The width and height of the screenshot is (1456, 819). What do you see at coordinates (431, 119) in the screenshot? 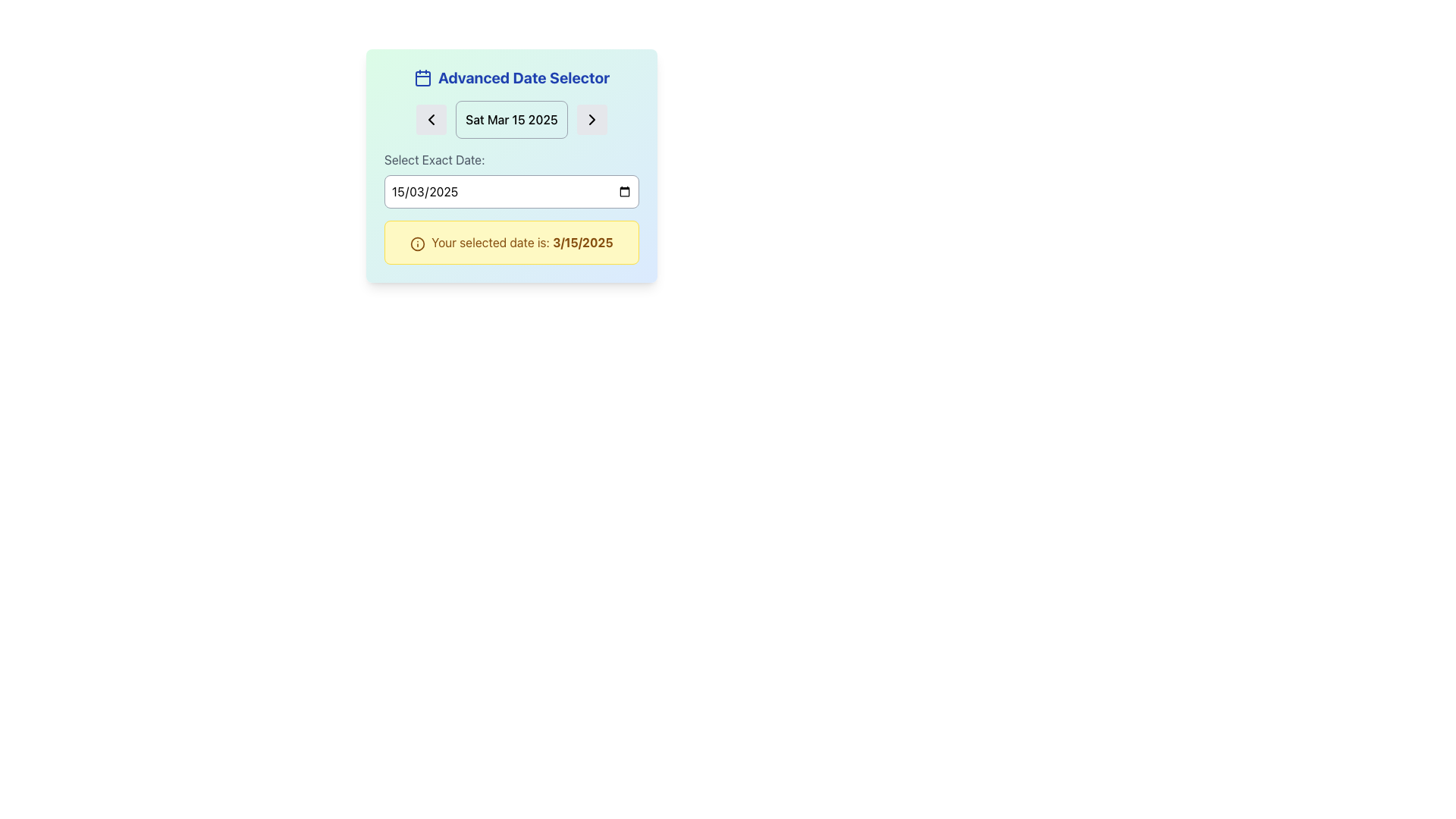
I see `the button located to the left of the date display ('Sat Mar 15 2025') to trigger a tooltip or visual feedback` at bounding box center [431, 119].